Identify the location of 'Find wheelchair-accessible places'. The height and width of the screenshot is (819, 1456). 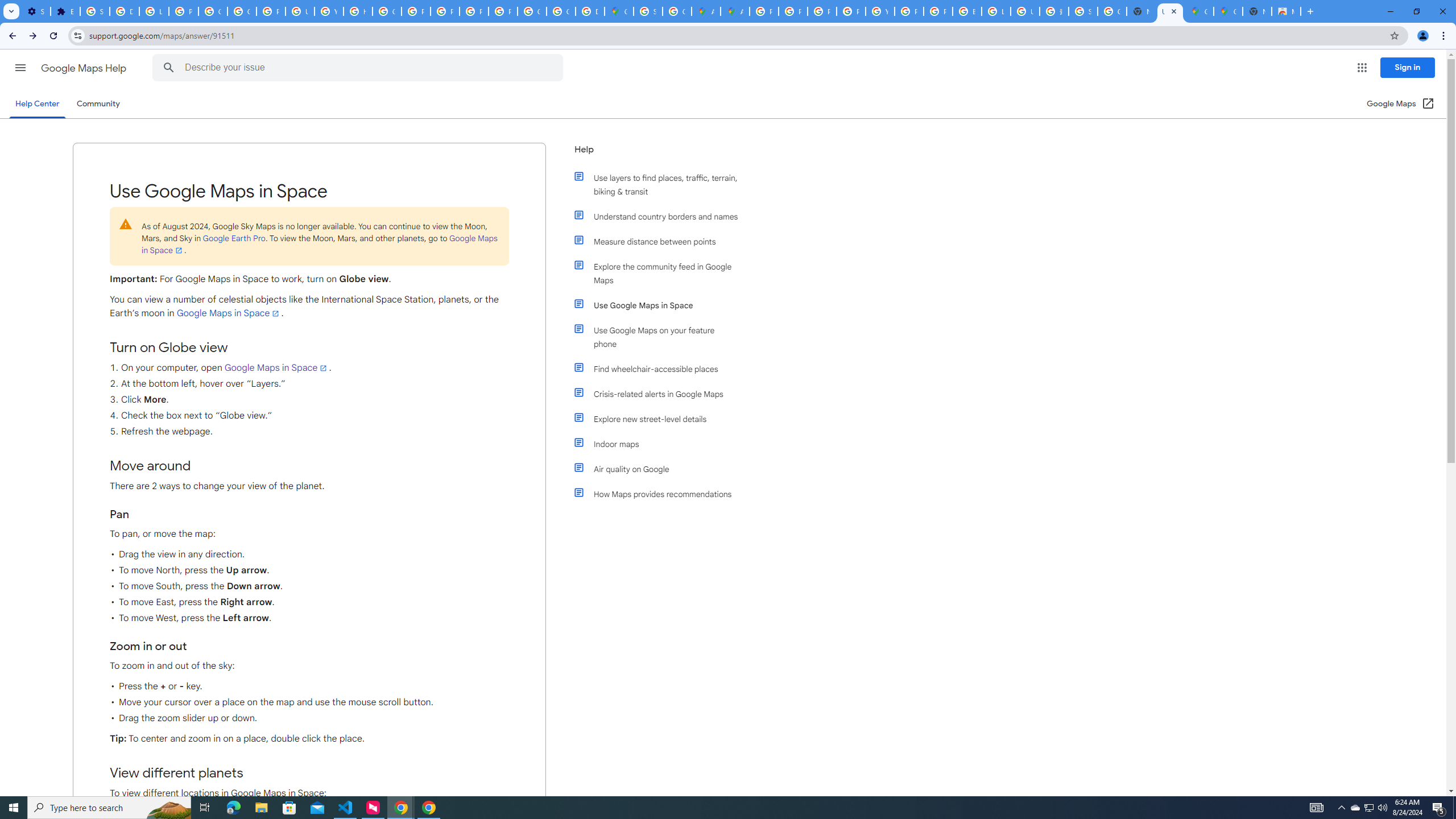
(661, 368).